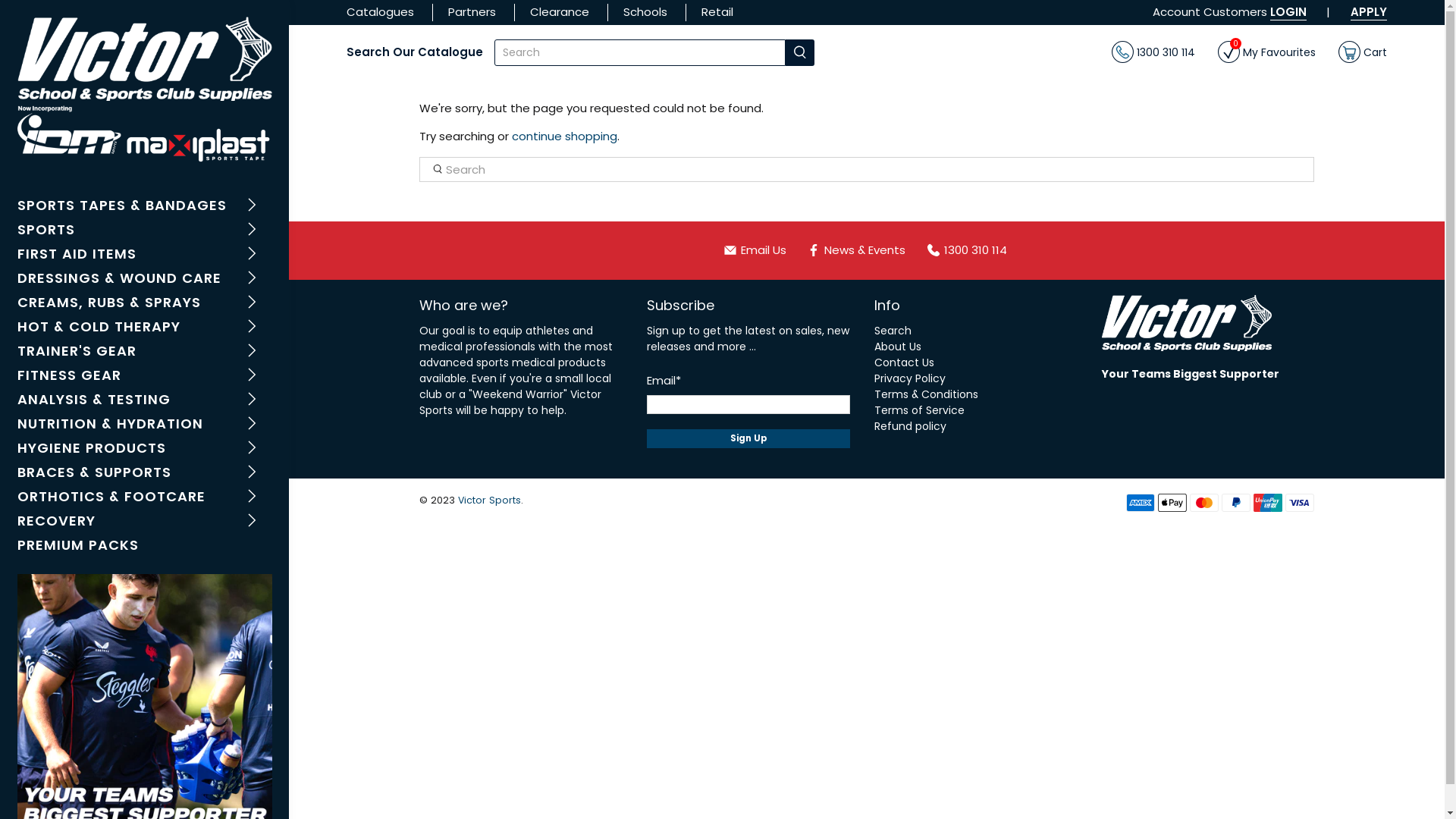 This screenshot has height=819, width=1456. What do you see at coordinates (1362, 52) in the screenshot?
I see `'Cart'` at bounding box center [1362, 52].